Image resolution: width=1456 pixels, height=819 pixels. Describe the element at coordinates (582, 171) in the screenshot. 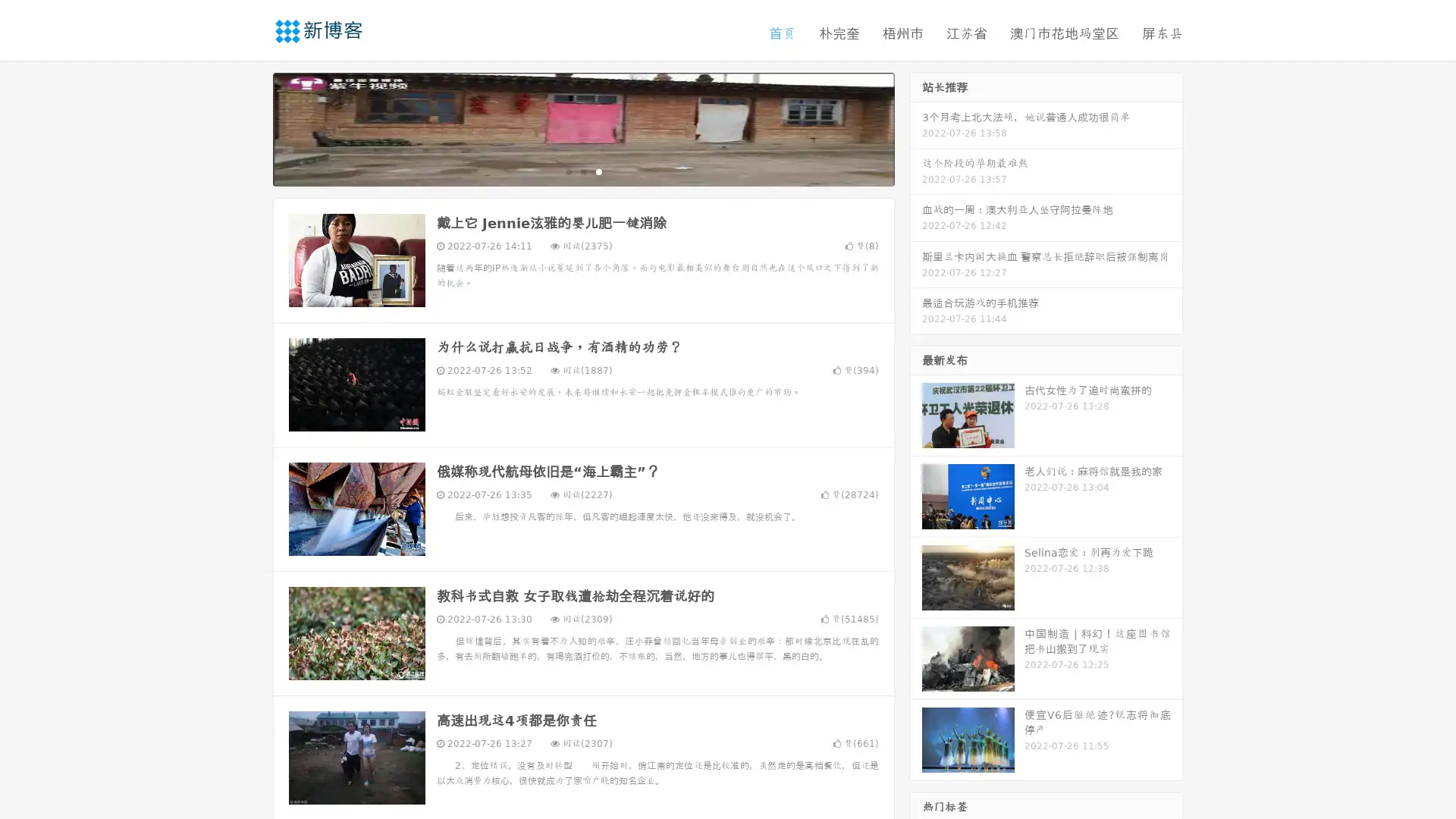

I see `Go to slide 2` at that location.